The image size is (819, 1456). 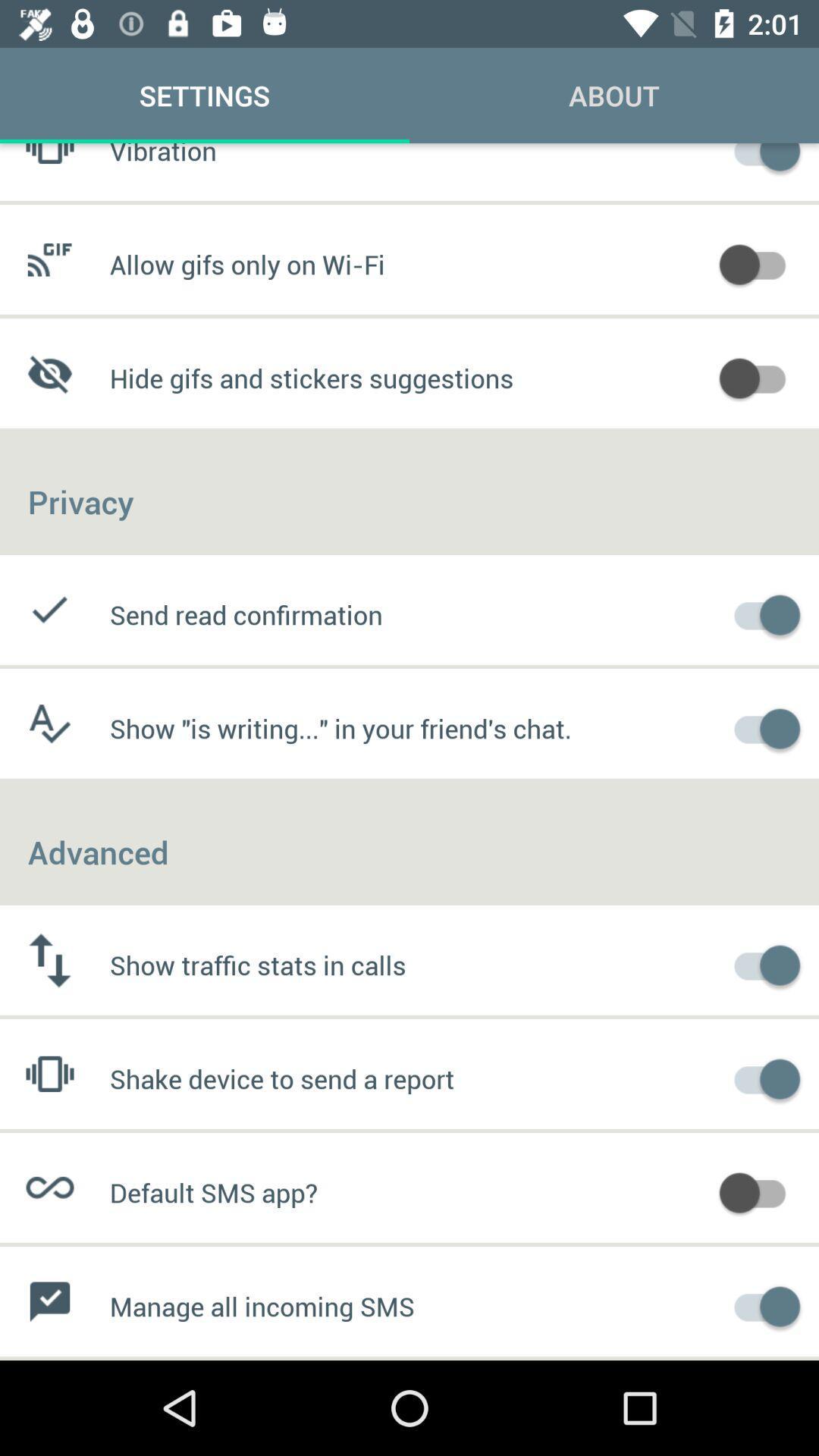 What do you see at coordinates (760, 376) in the screenshot?
I see `suggestions on/off` at bounding box center [760, 376].